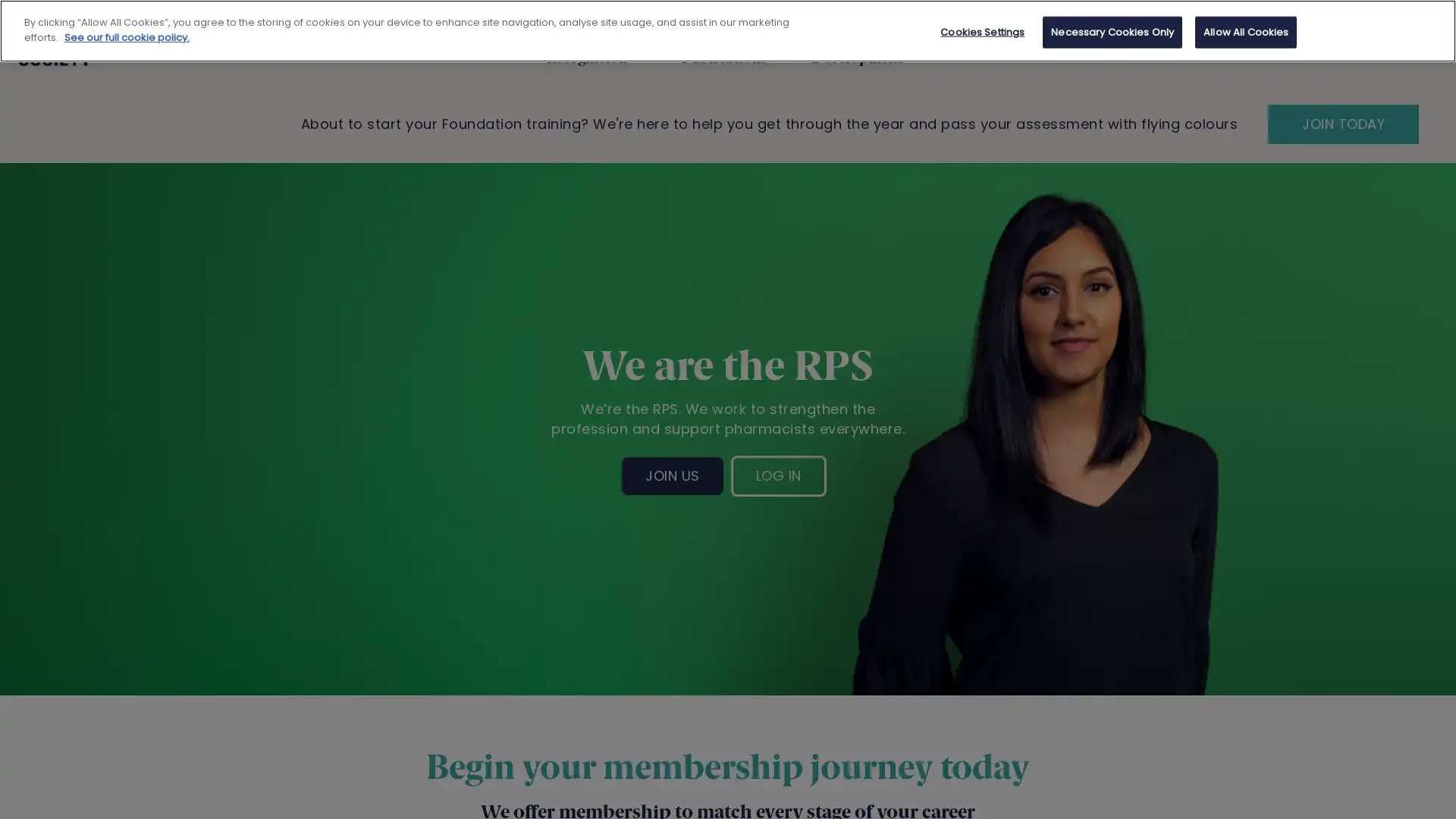 The height and width of the screenshot is (819, 1456). I want to click on Allow All Cookies, so click(1245, 32).